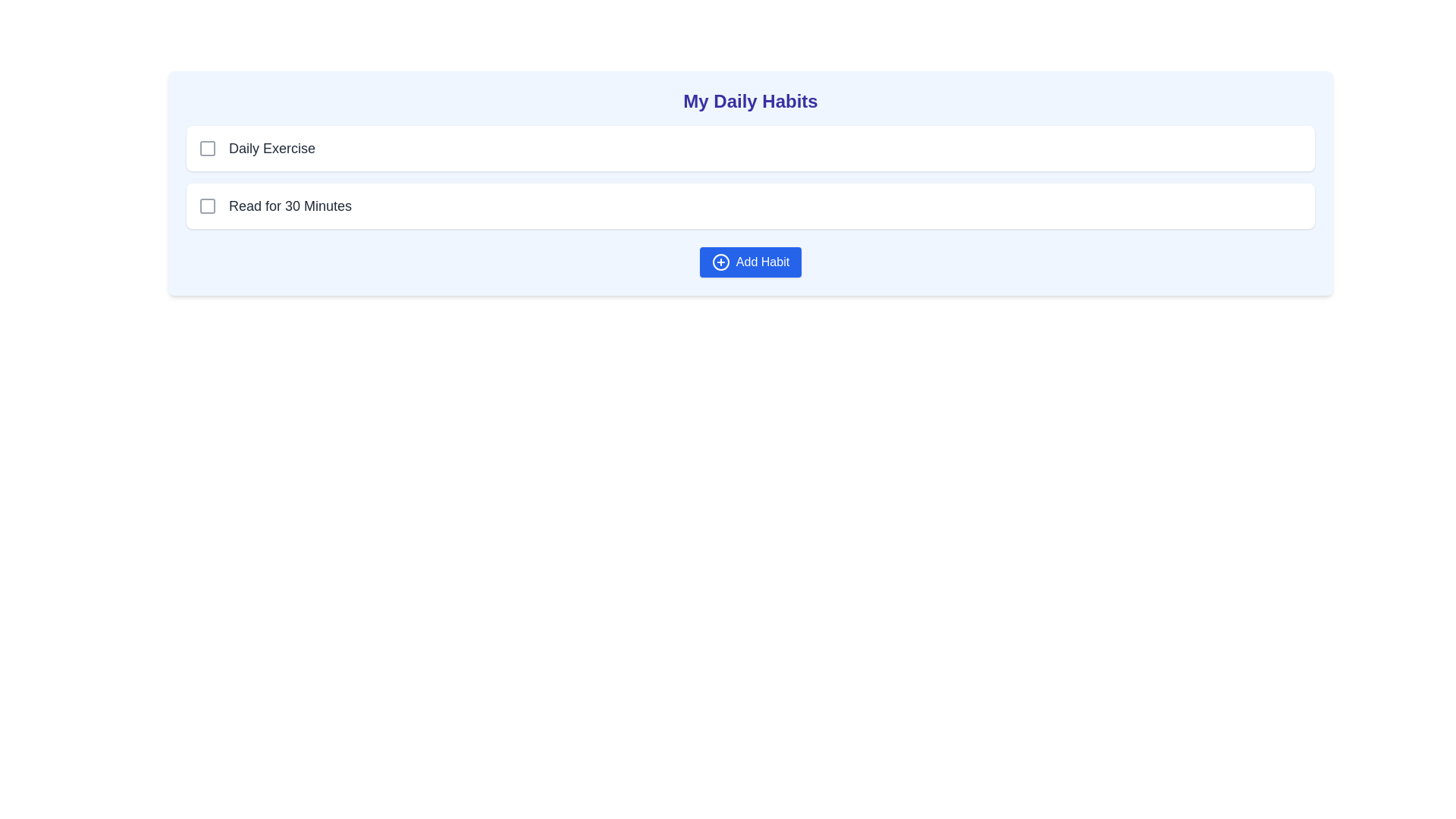 The height and width of the screenshot is (819, 1456). Describe the element at coordinates (206, 206) in the screenshot. I see `the checkbox styled with a thin border, light gray color, and rounded corners` at that location.